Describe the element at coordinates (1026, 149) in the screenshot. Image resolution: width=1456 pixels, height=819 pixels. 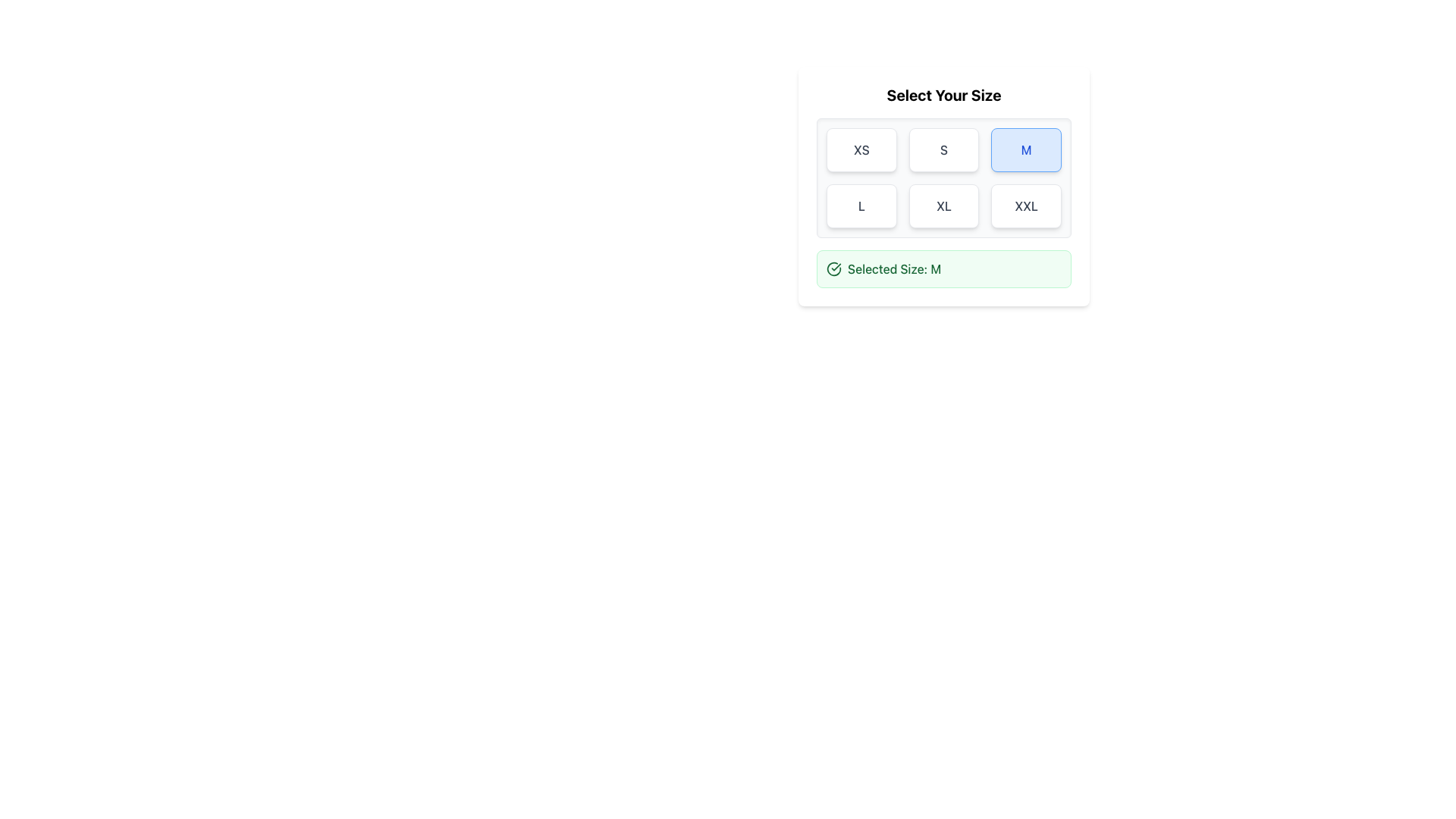
I see `the selectable size option for 'M'` at that location.